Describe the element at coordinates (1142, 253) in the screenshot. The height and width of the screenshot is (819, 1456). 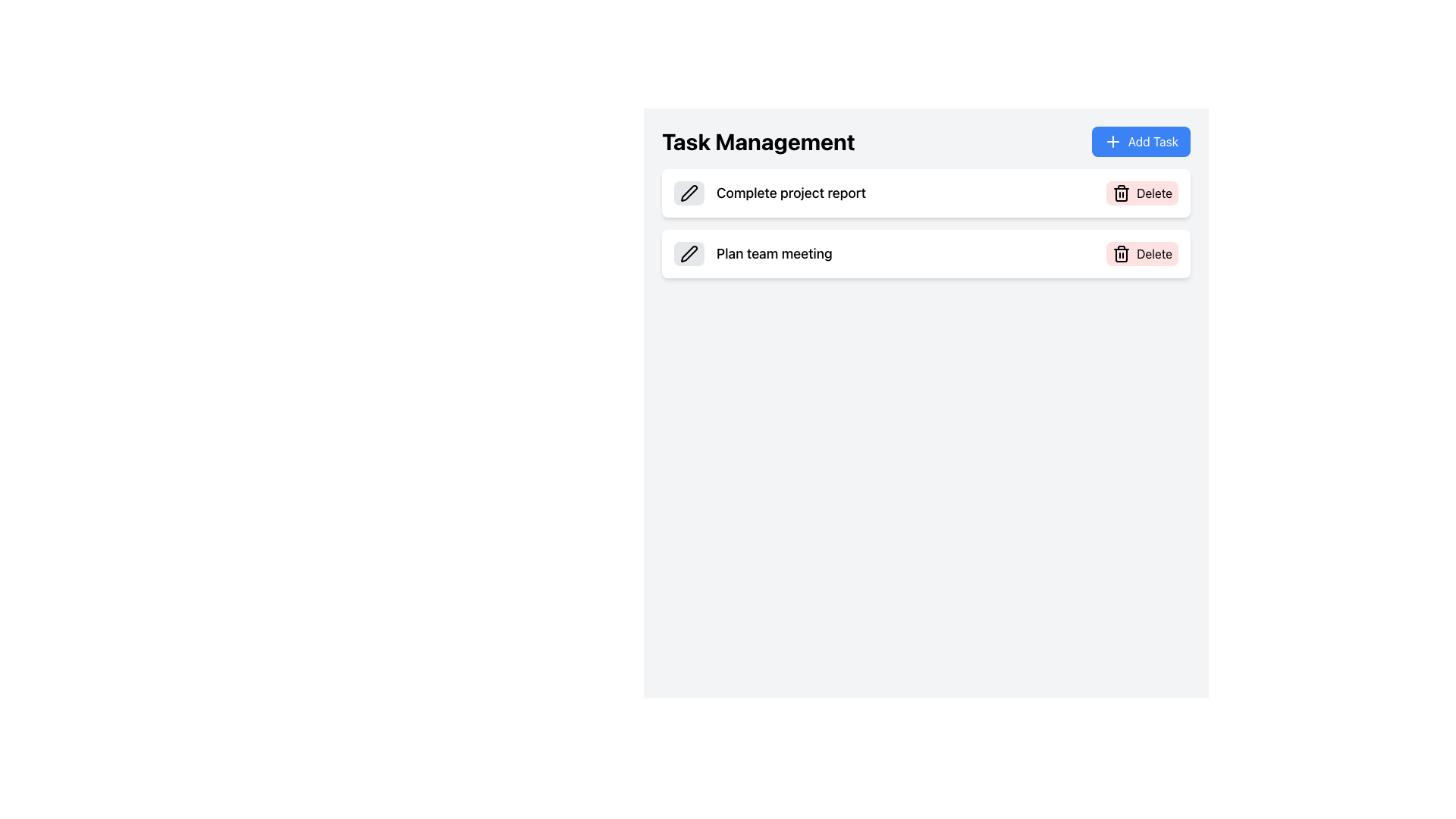
I see `the light red rectangular button labeled 'Delete' with a trash bin icon, located in the second task block titled 'Plan team meeting'` at that location.